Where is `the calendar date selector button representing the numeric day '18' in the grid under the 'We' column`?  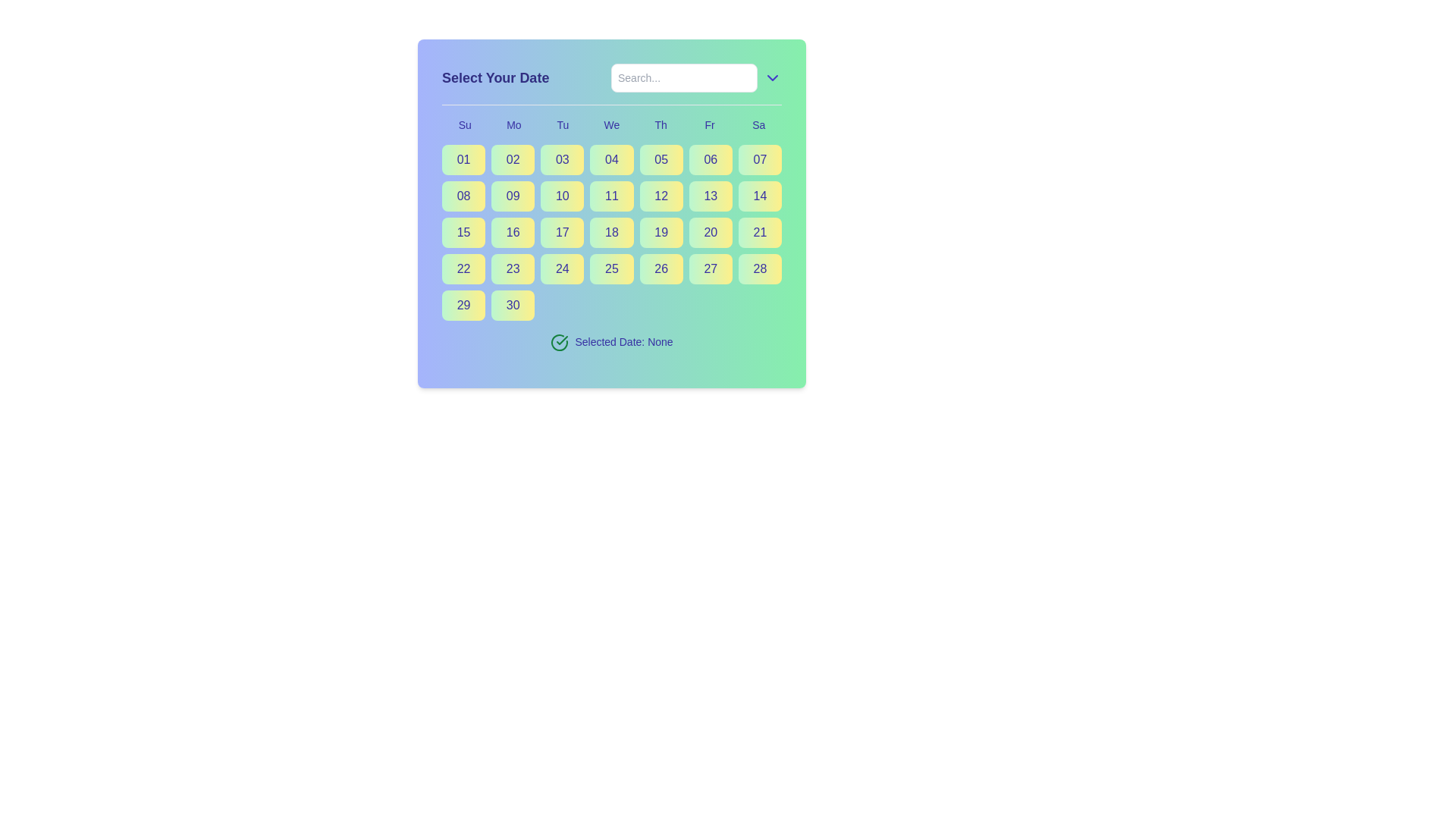 the calendar date selector button representing the numeric day '18' in the grid under the 'We' column is located at coordinates (611, 213).